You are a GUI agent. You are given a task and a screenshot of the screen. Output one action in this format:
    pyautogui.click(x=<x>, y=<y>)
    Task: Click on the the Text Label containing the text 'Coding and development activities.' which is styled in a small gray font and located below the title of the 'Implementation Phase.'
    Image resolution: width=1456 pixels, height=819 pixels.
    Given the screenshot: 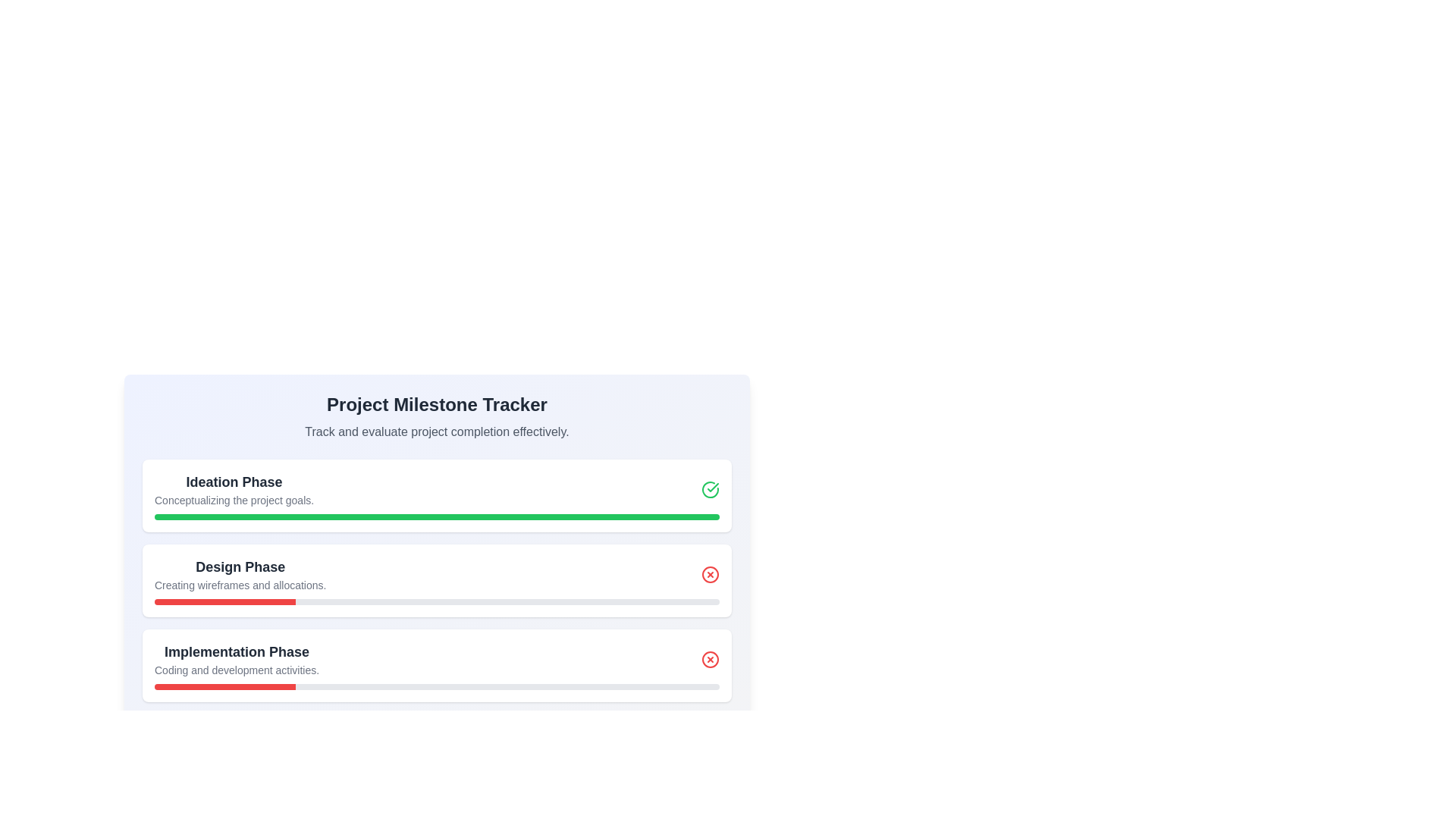 What is the action you would take?
    pyautogui.click(x=236, y=669)
    